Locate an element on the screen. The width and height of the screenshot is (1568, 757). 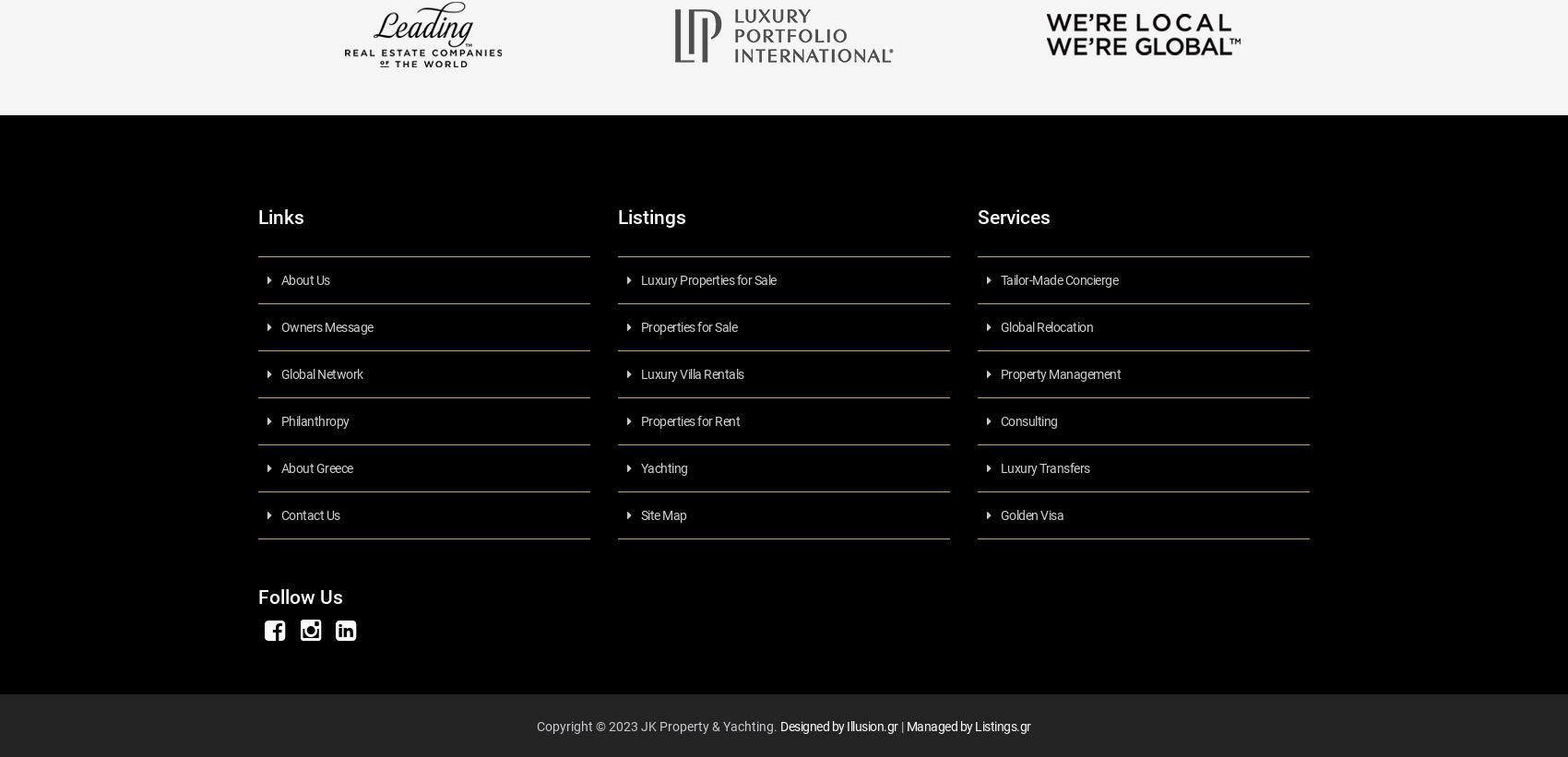
'Listings' is located at coordinates (617, 216).